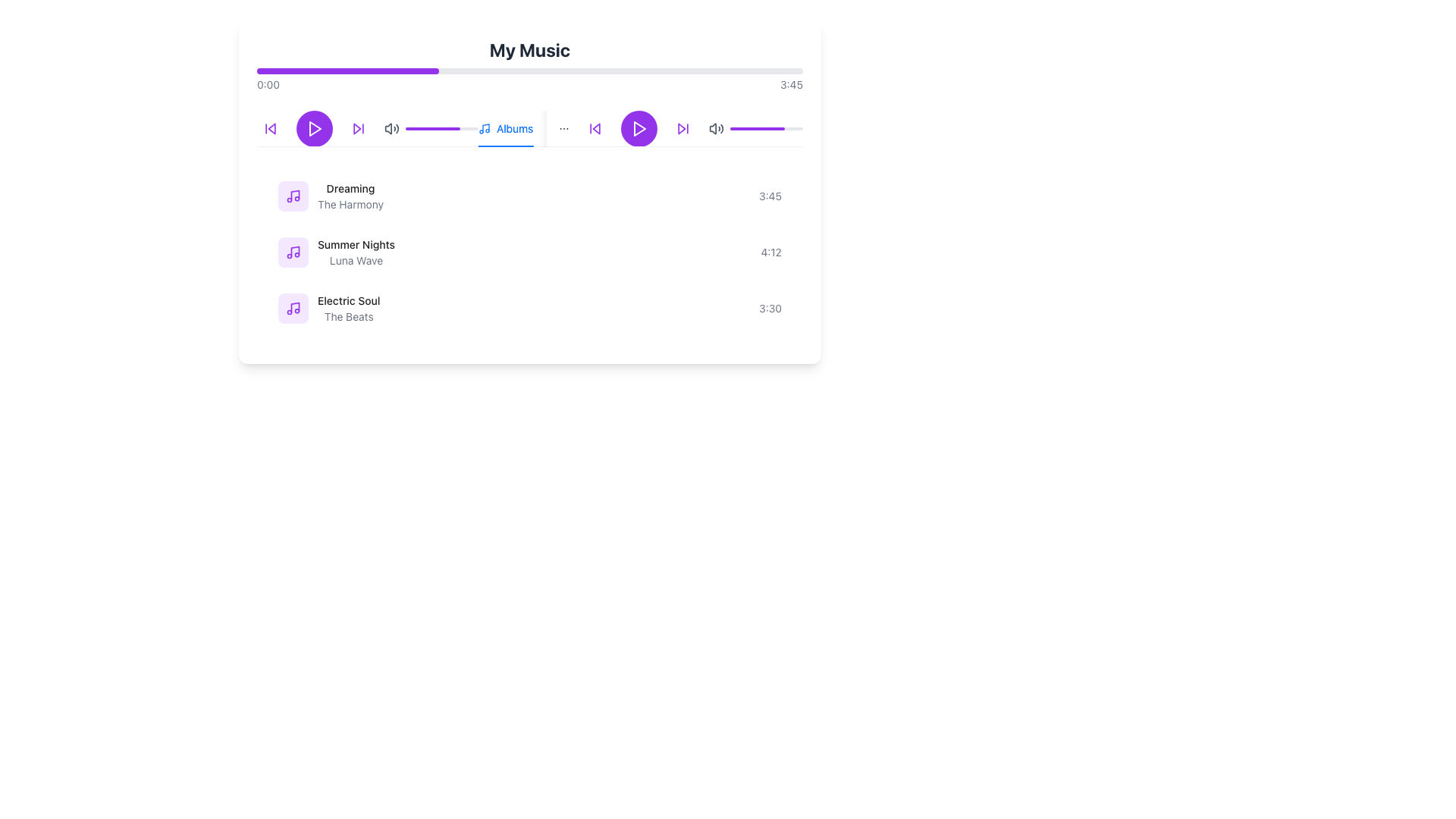 The height and width of the screenshot is (819, 1456). Describe the element at coordinates (293, 251) in the screenshot. I see `the decorative music note icon with a light purple background located to the left of the text 'Summer Nights' in the music list` at that location.